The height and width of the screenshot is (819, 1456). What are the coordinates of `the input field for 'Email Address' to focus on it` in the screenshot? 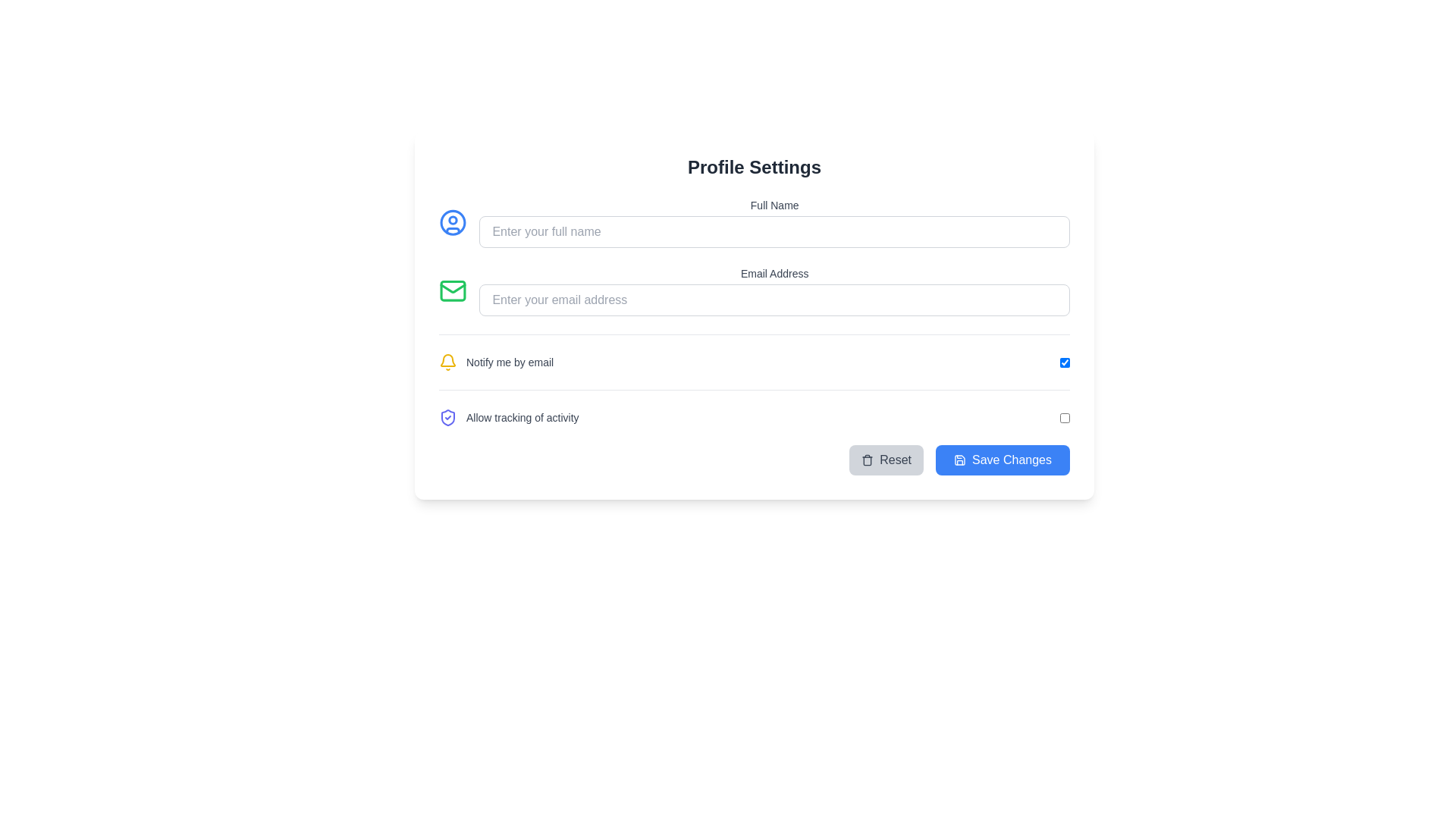 It's located at (774, 291).